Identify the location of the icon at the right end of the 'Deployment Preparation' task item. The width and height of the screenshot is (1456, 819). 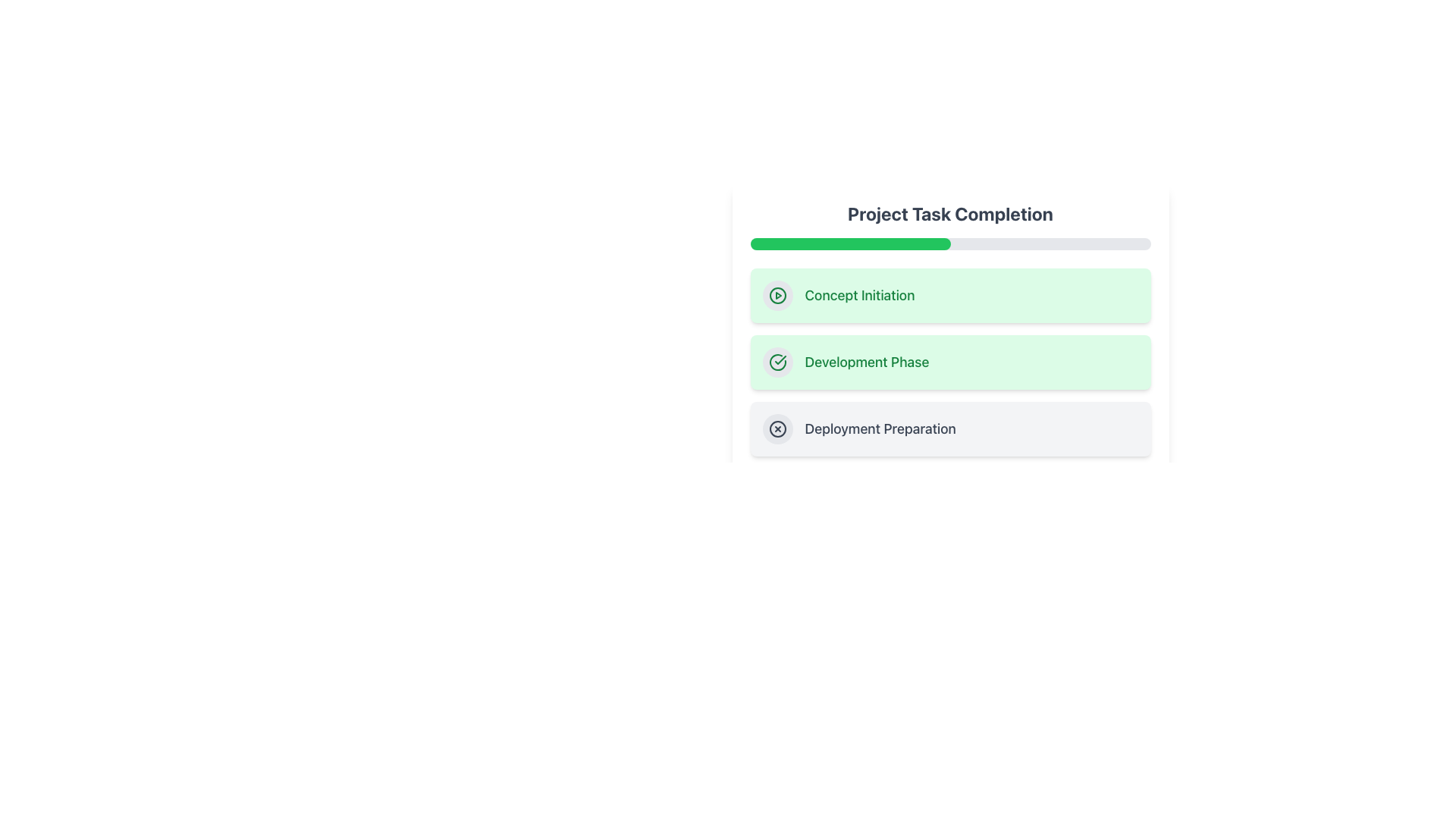
(777, 429).